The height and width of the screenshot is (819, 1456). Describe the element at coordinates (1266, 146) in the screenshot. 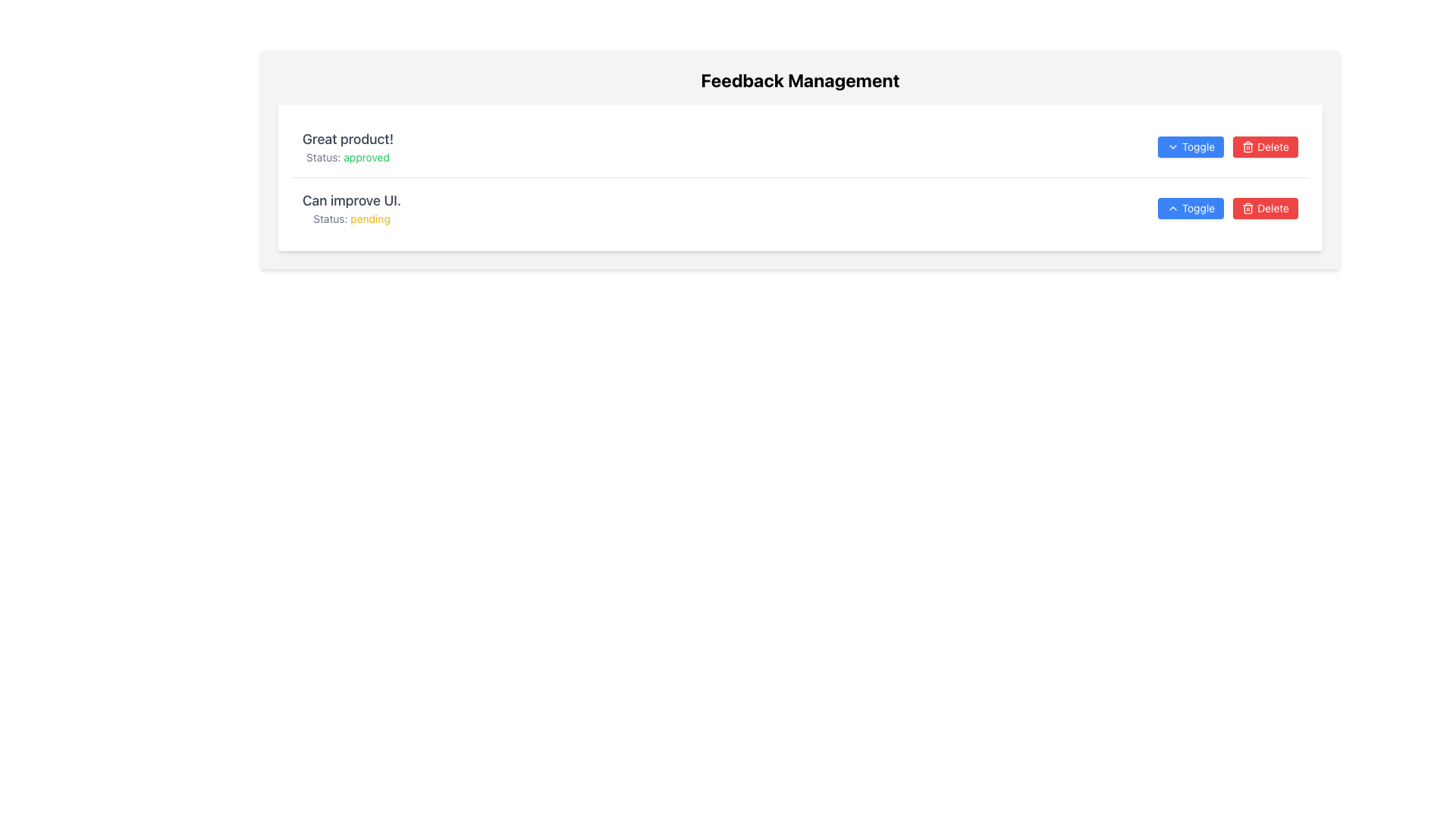

I see `the red 'Delete' button with white text and a trash can icon to trigger the hover effect` at that location.